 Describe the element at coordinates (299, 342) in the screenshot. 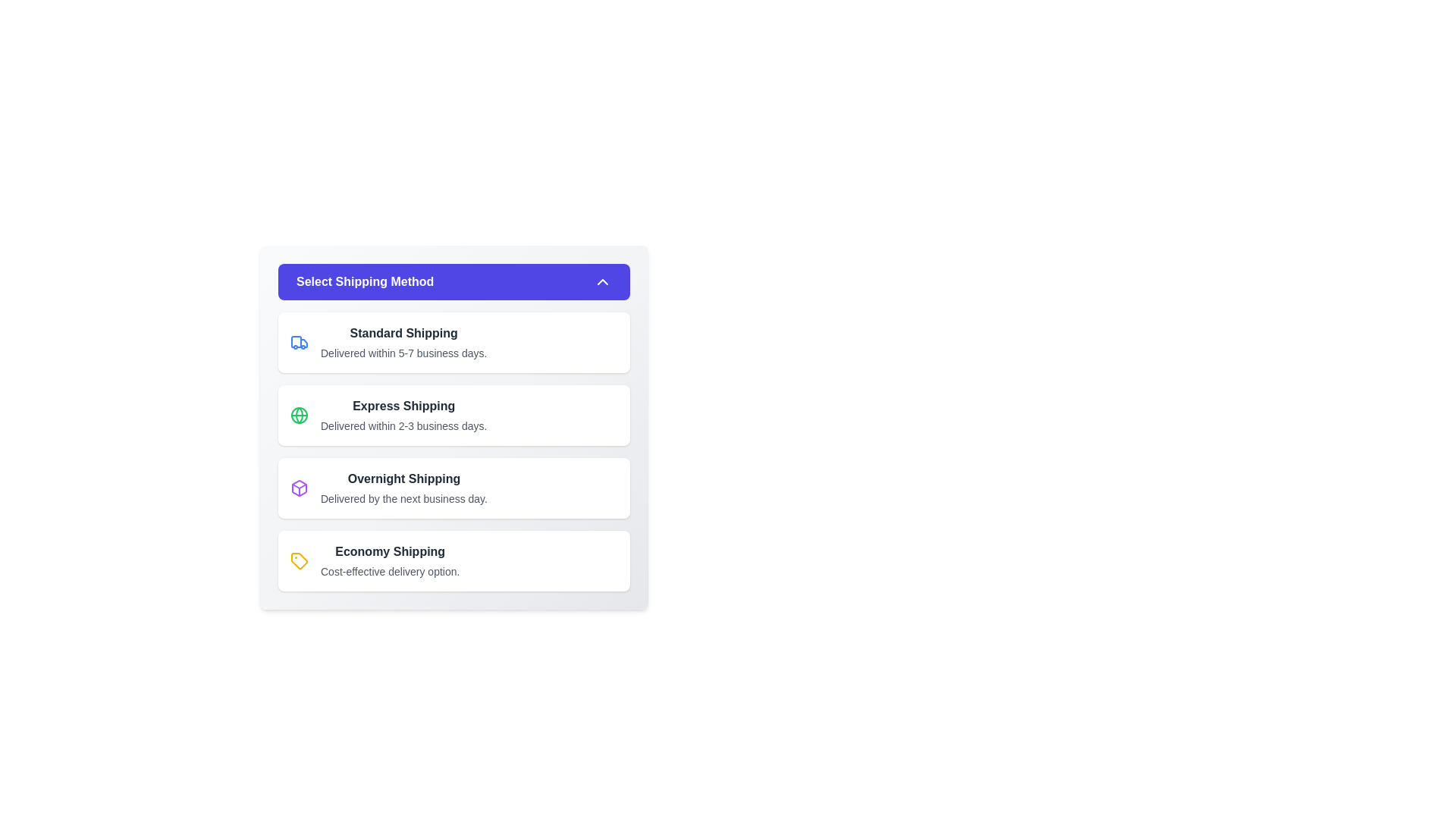

I see `the 'Standard Shipping' icon located at the top-left corner of the 'Standard Shipping' option, which serves as a visual indicator for delivery logistics` at that location.